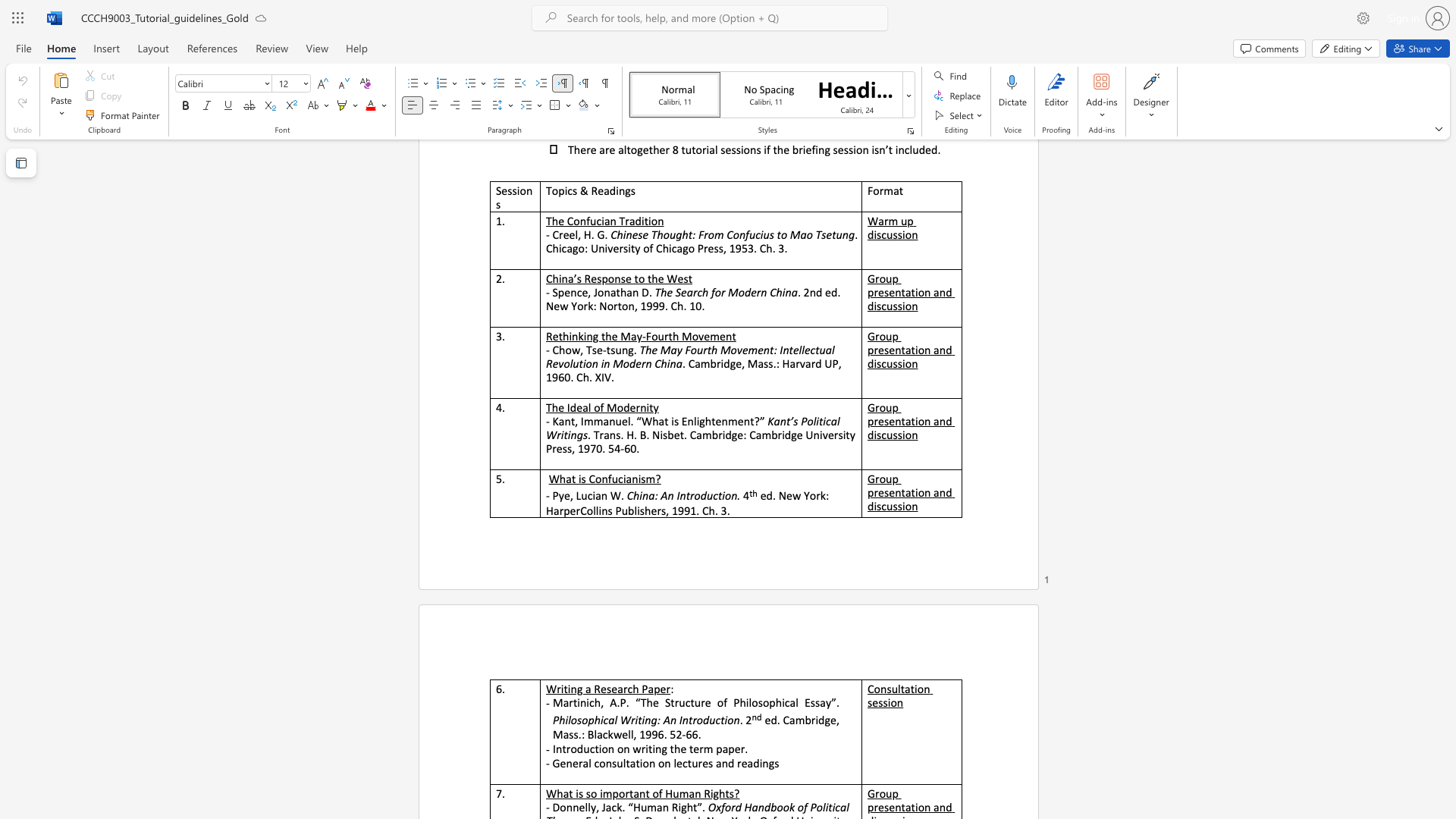 Image resolution: width=1456 pixels, height=819 pixels. What do you see at coordinates (887, 702) in the screenshot?
I see `the subset text "ion" within the text "Consultation session"` at bounding box center [887, 702].